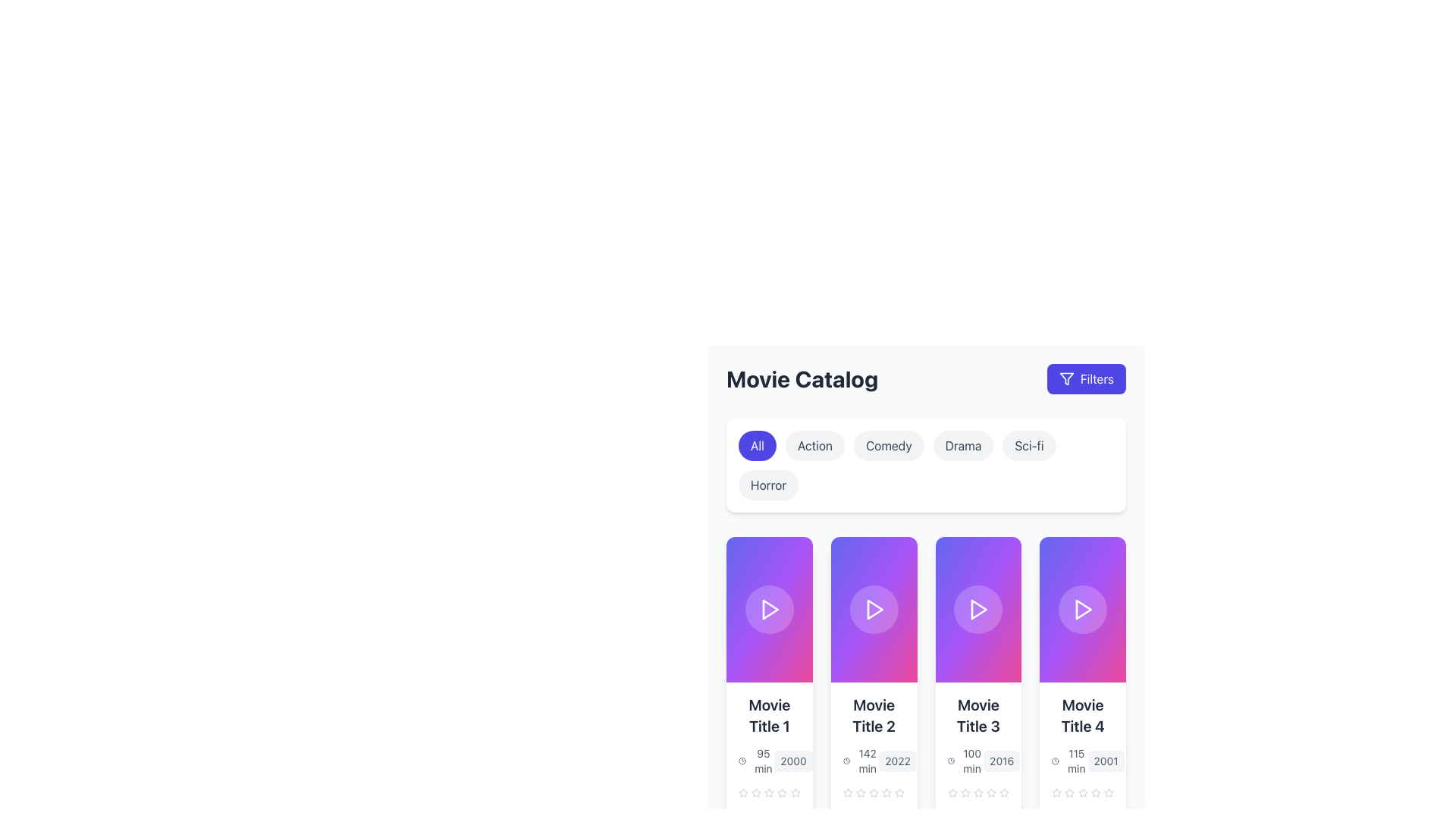 The width and height of the screenshot is (1456, 819). What do you see at coordinates (1109, 792) in the screenshot?
I see `the rightmost star in the five-star rating system under the 'Movie Title 4' card` at bounding box center [1109, 792].